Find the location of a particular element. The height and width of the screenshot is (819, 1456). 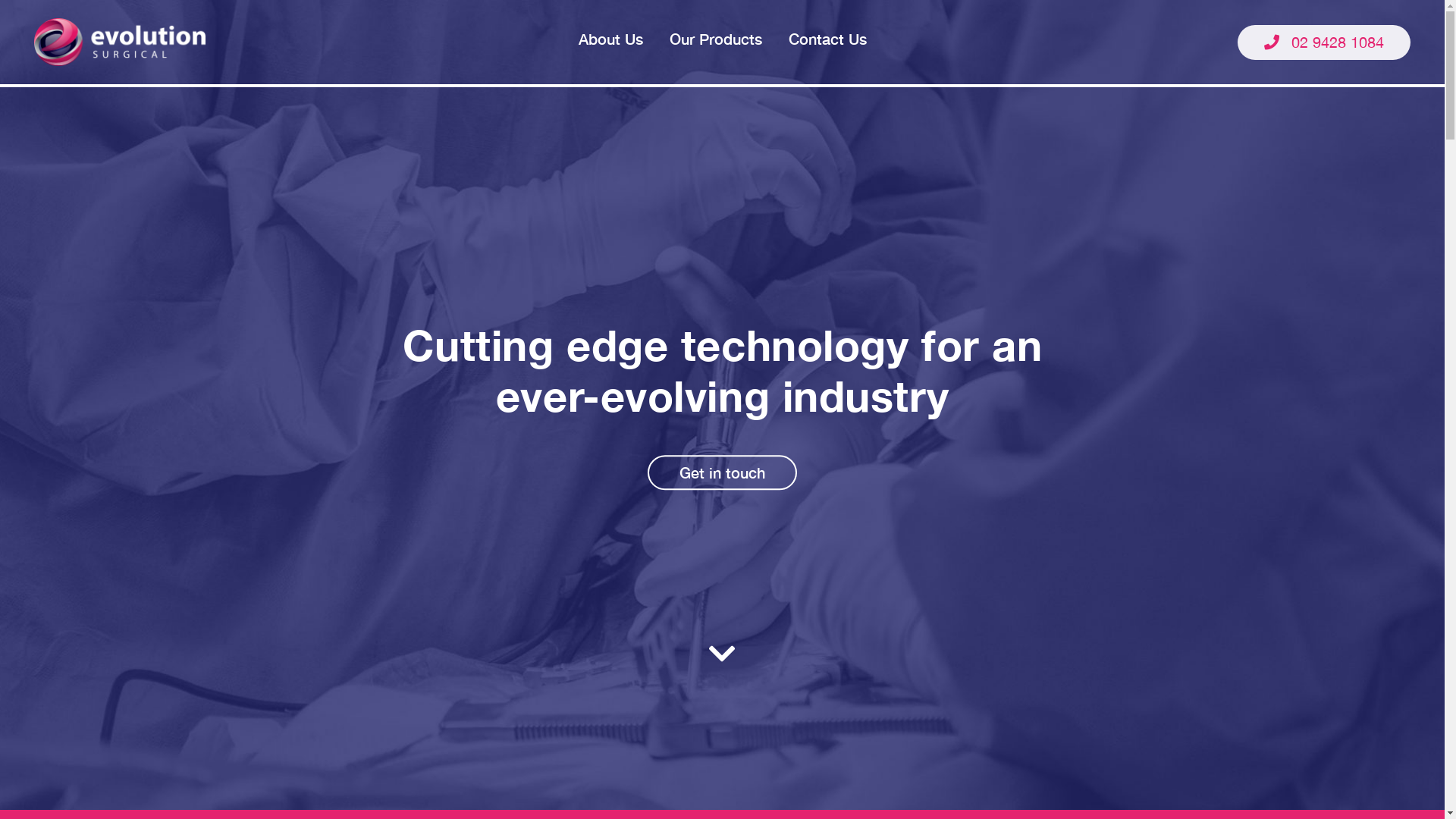

'02 9428 1084' is located at coordinates (1323, 40).